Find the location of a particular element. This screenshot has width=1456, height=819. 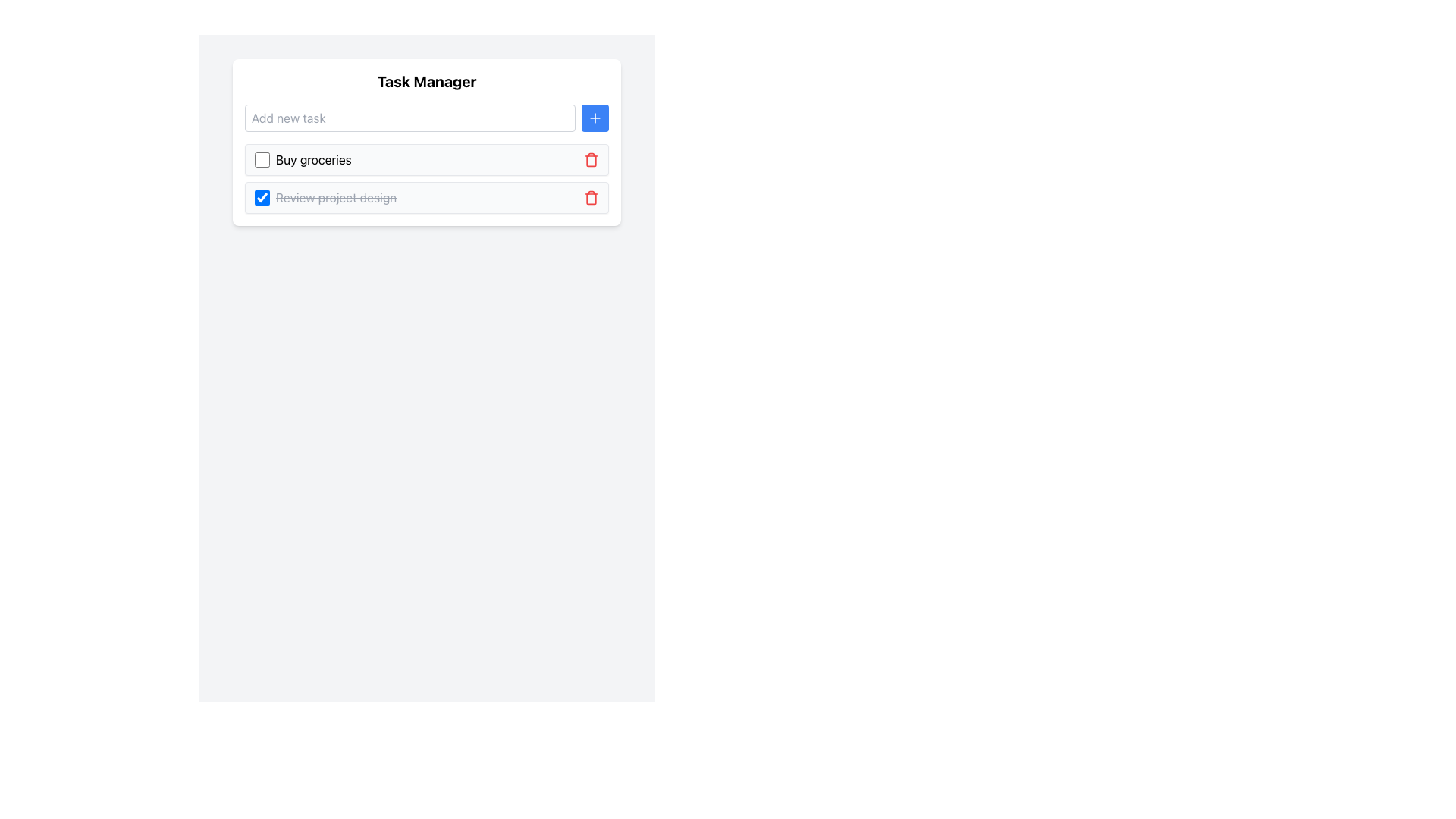

the header text label displaying 'Task Manager', which is bold and centered at the top of the panel is located at coordinates (425, 82).